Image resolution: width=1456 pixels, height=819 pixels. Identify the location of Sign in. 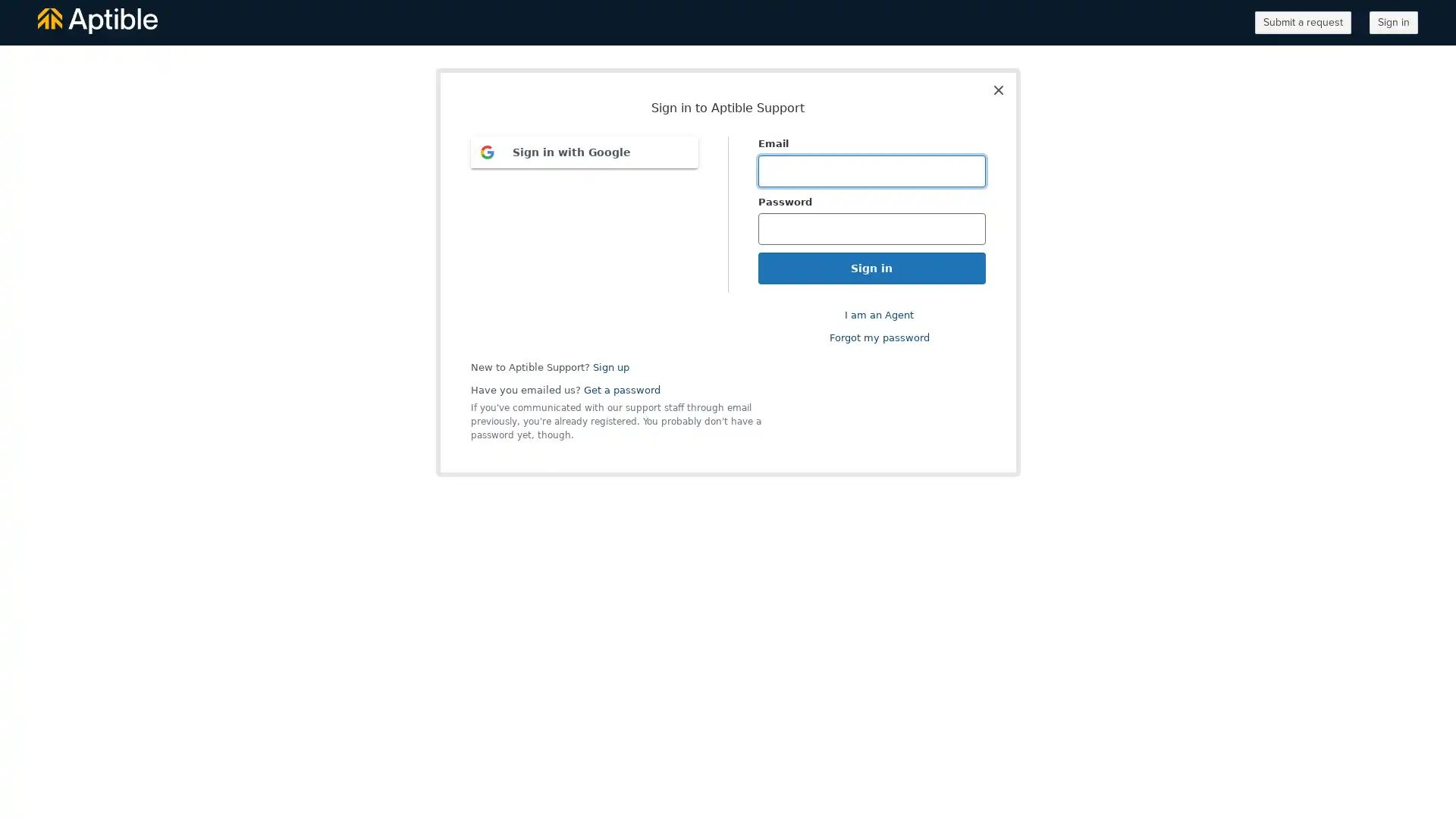
(1394, 23).